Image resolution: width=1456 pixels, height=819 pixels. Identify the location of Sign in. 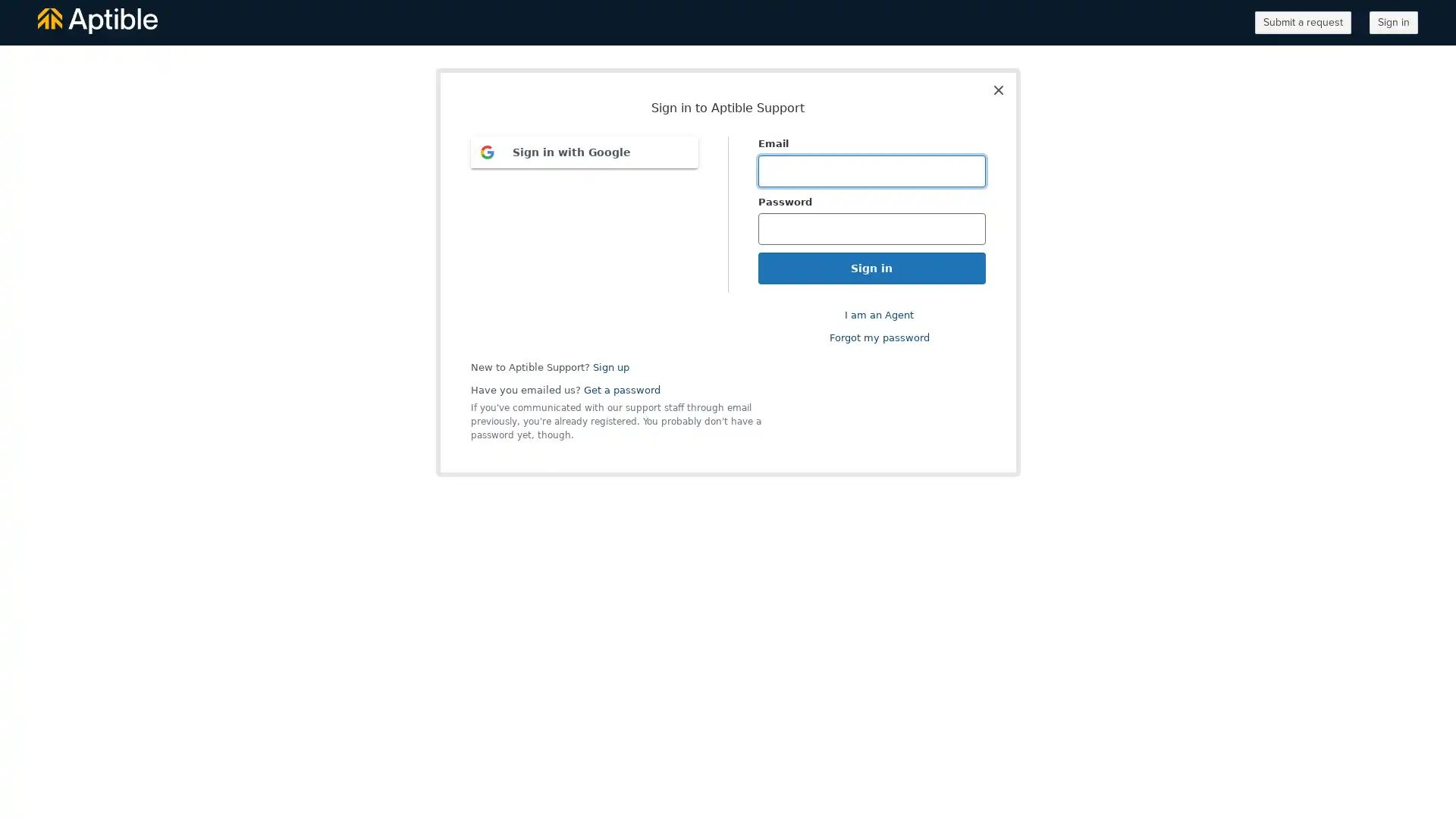
(1394, 23).